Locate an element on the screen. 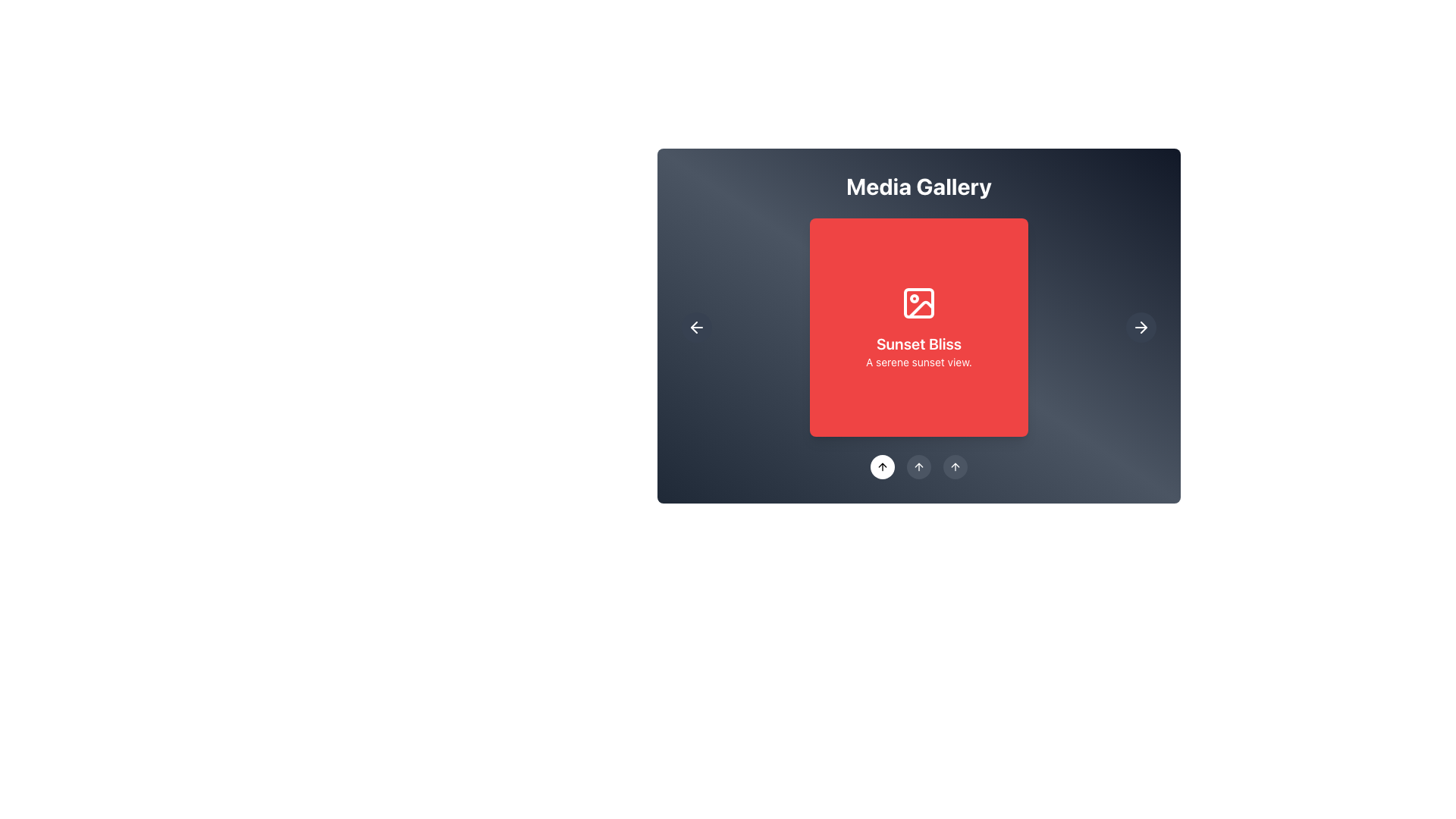 The width and height of the screenshot is (1456, 819). the central card in the media gallery, which features a gradient background, rounded edges, and white text, to interact with its elements is located at coordinates (918, 325).